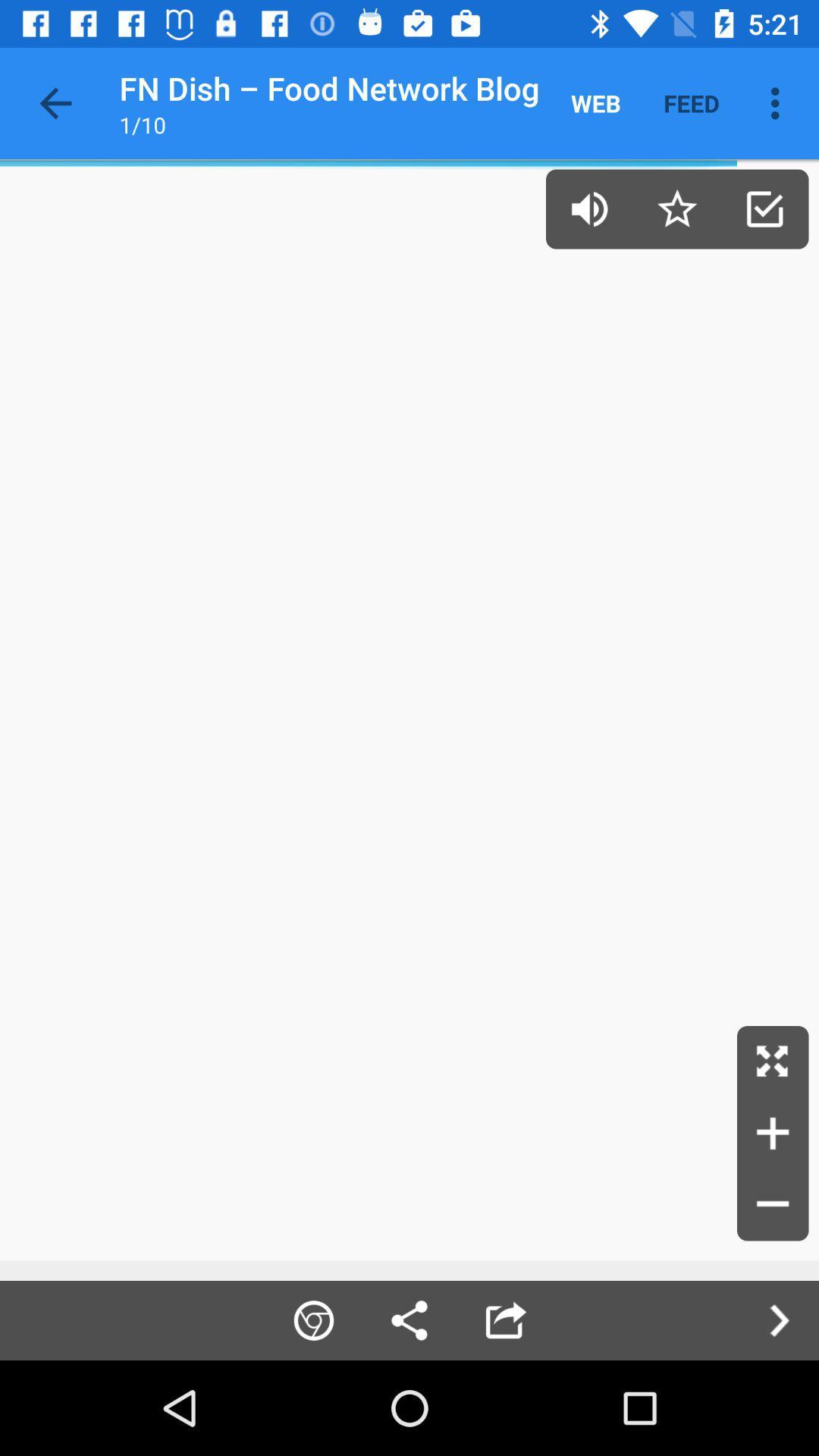 This screenshot has width=819, height=1456. Describe the element at coordinates (588, 208) in the screenshot. I see `the volume icon` at that location.